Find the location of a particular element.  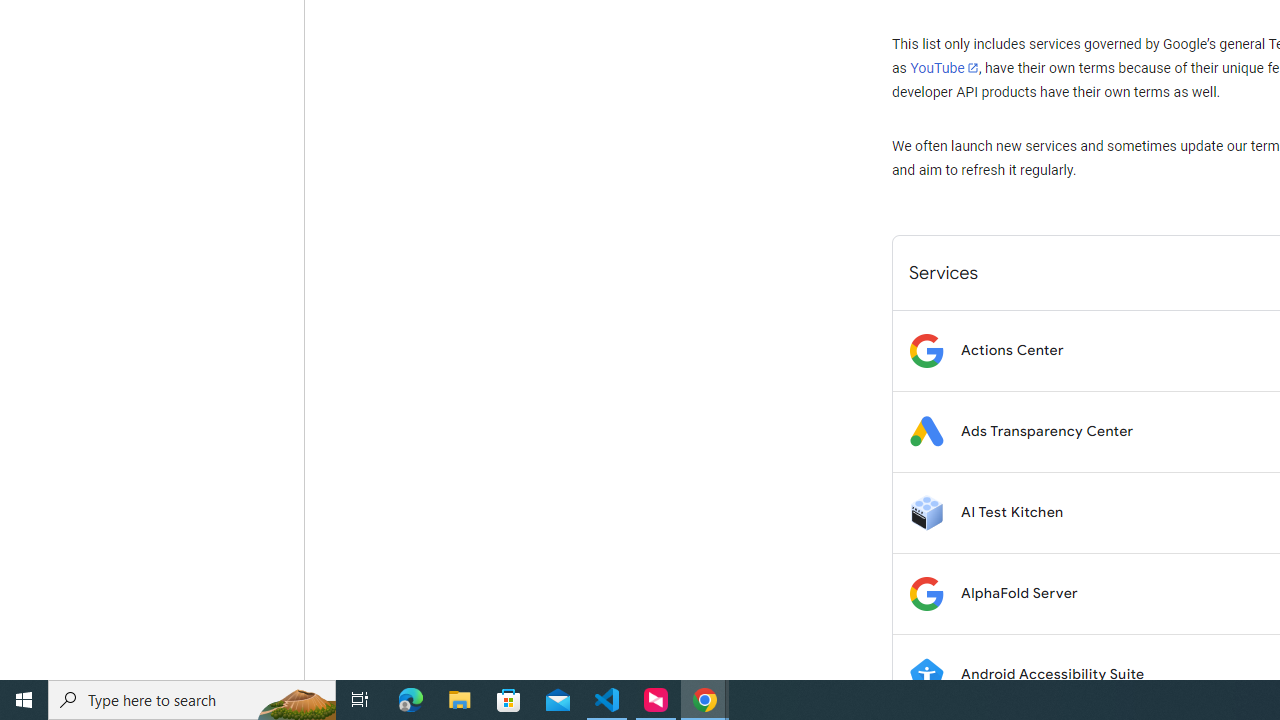

'YouTube' is located at coordinates (943, 67).